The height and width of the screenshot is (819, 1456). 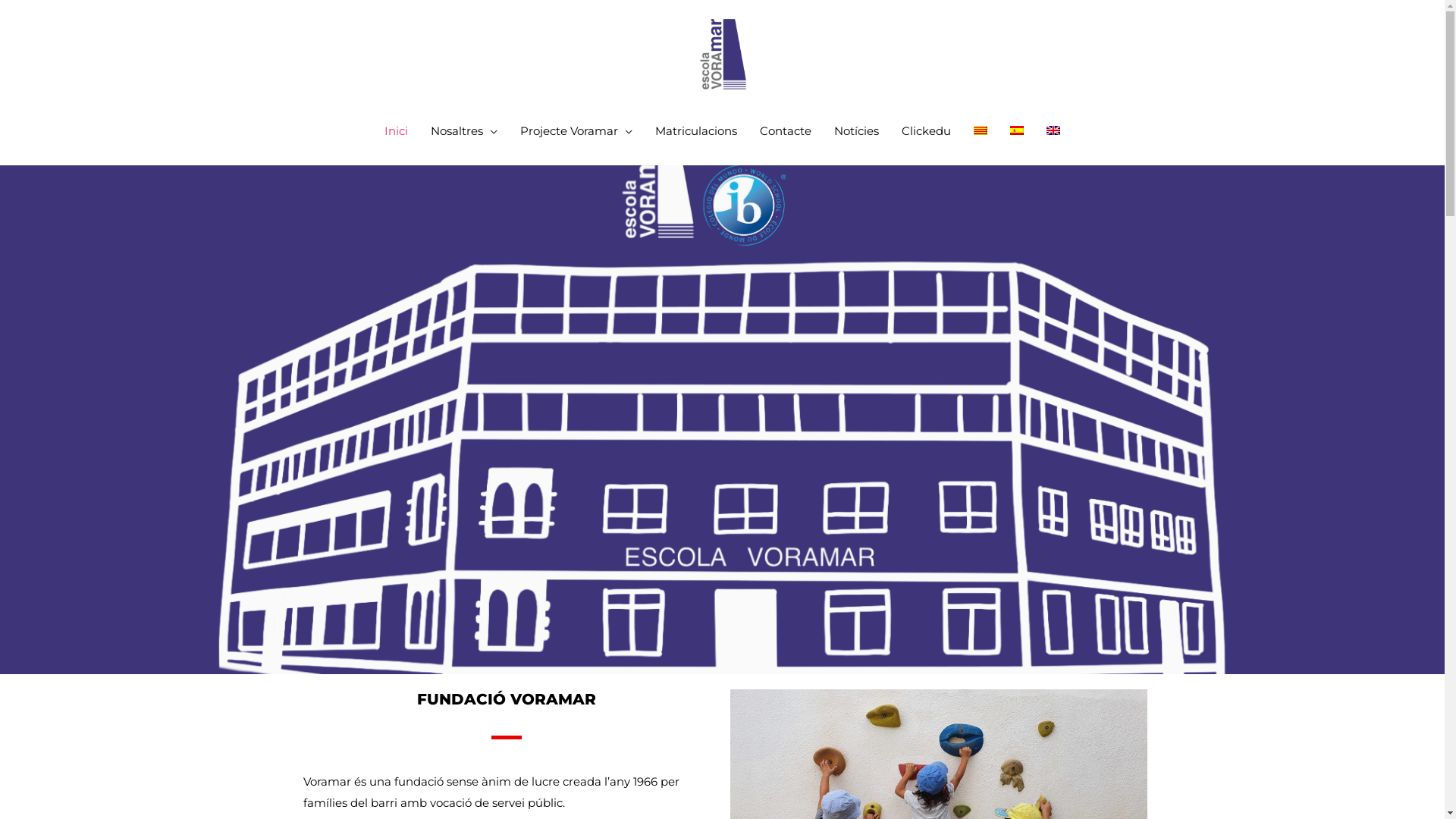 What do you see at coordinates (695, 130) in the screenshot?
I see `'Matriculacions'` at bounding box center [695, 130].